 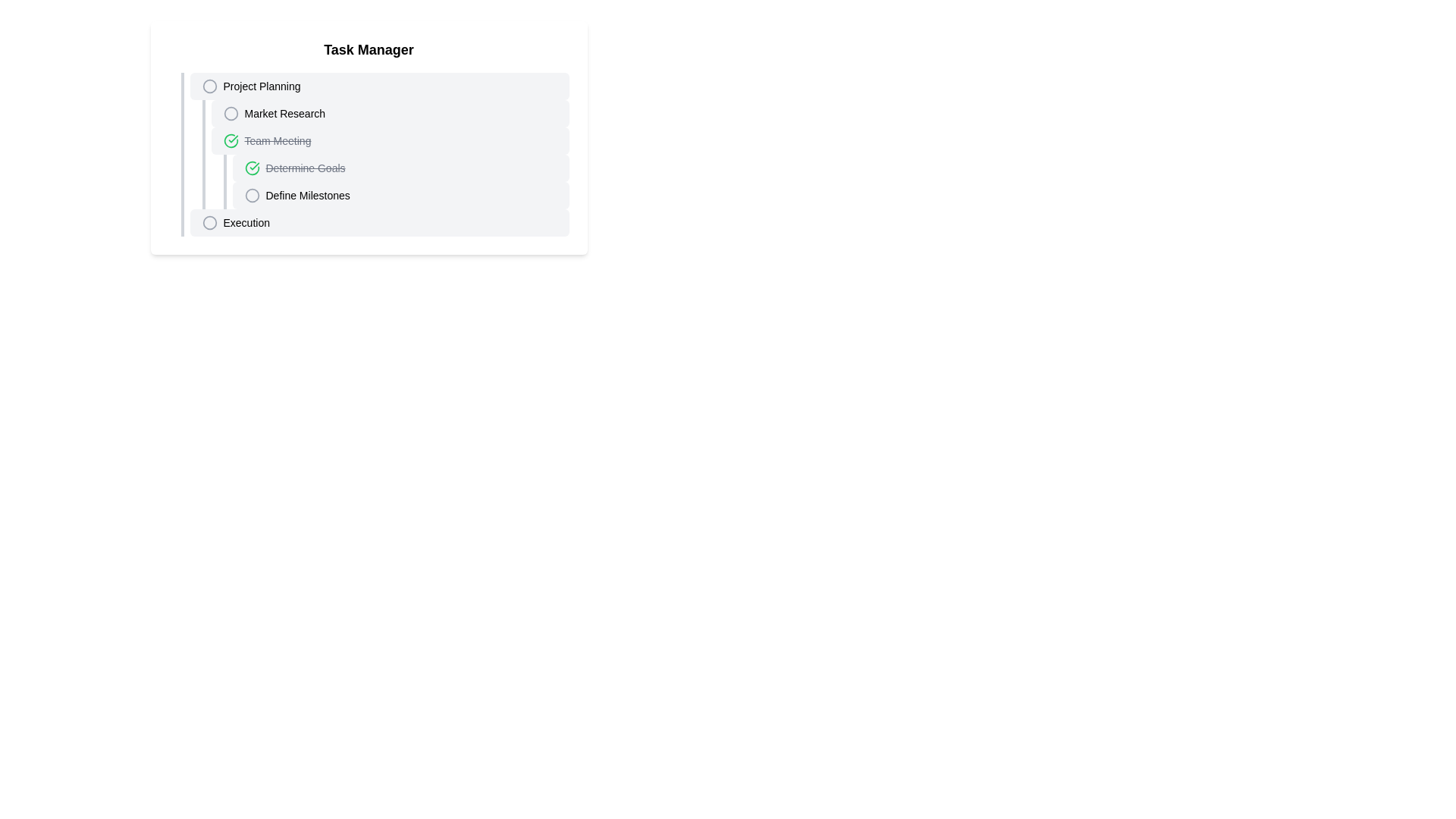 What do you see at coordinates (400, 168) in the screenshot?
I see `the completed task item 'Determine Goals'` at bounding box center [400, 168].